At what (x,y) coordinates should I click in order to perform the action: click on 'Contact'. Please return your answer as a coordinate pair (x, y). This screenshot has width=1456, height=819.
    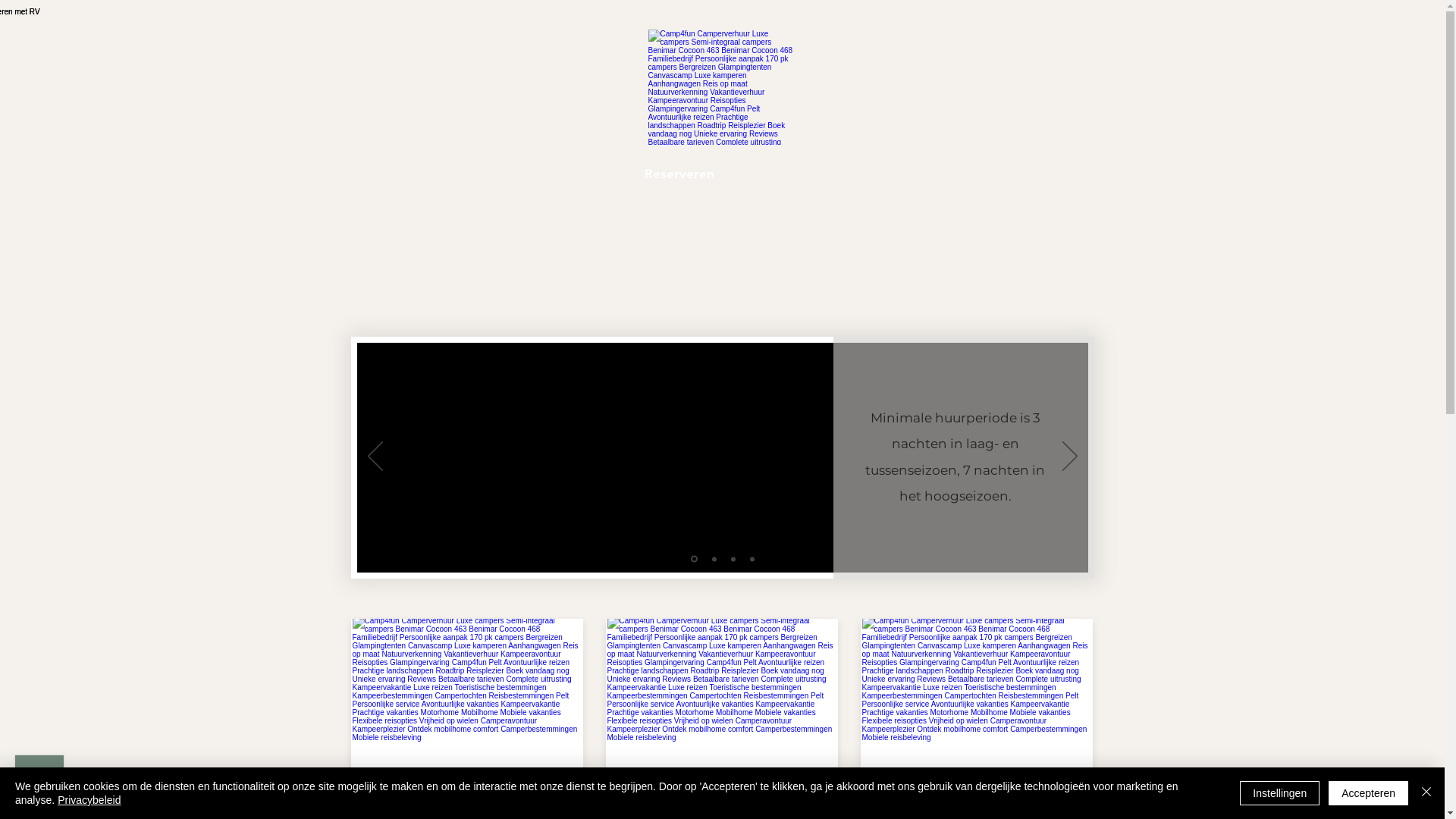
    Looking at the image, I should click on (763, 172).